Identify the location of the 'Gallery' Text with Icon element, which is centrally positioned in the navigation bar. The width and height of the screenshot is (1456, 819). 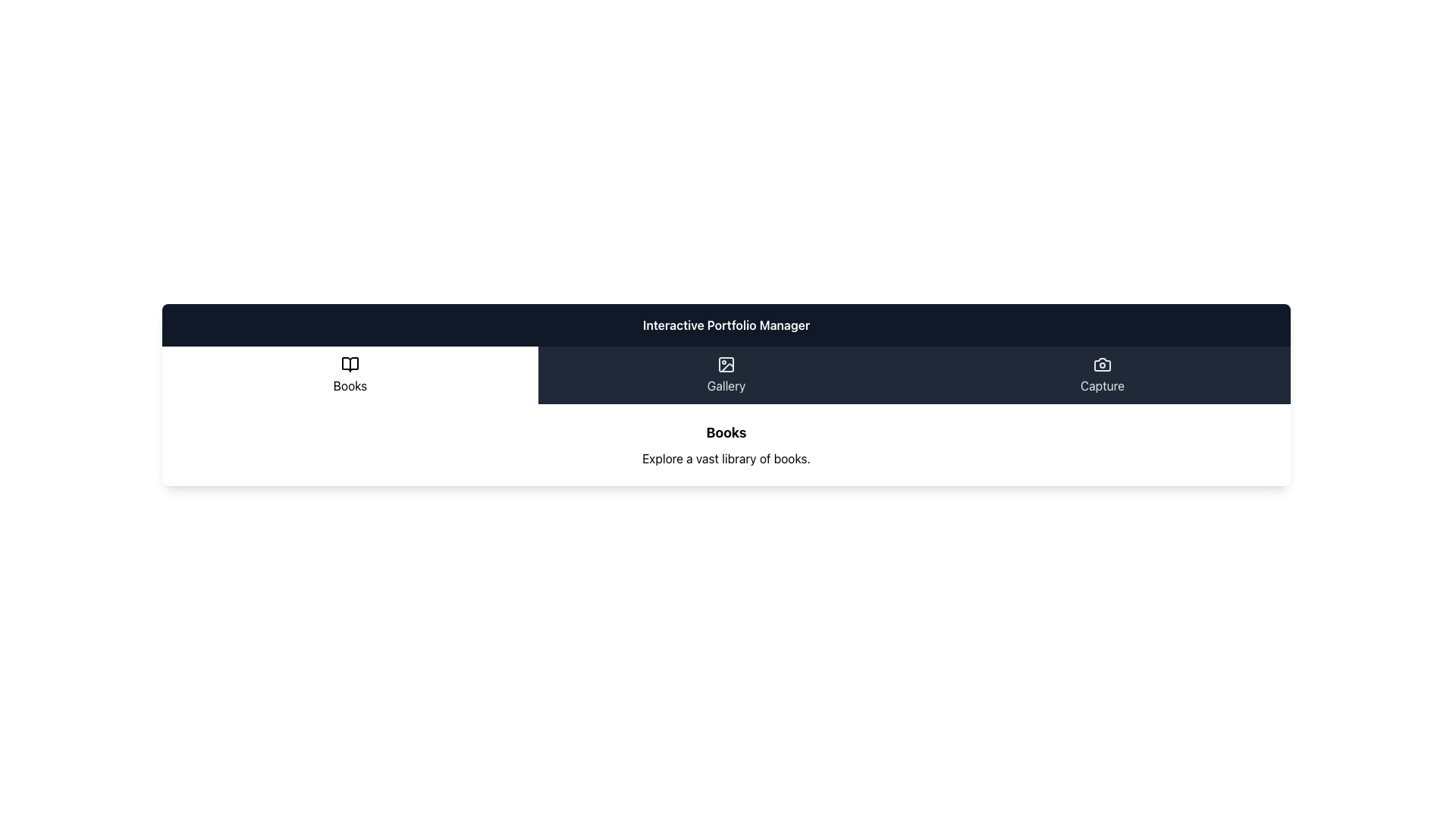
(726, 375).